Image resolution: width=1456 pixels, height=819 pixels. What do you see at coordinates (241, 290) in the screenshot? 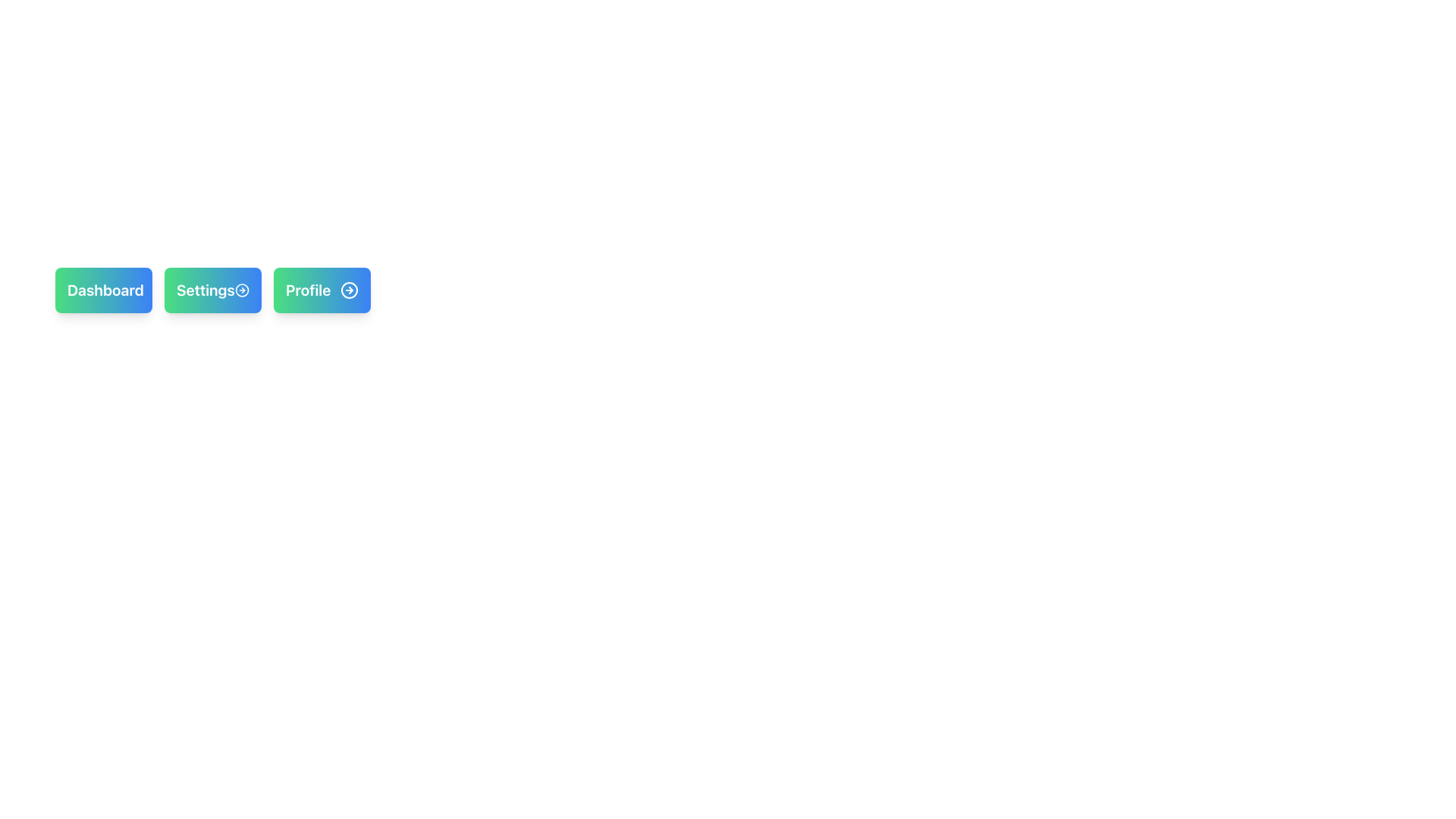
I see `the icon located to the right of the 'Settings' text` at bounding box center [241, 290].